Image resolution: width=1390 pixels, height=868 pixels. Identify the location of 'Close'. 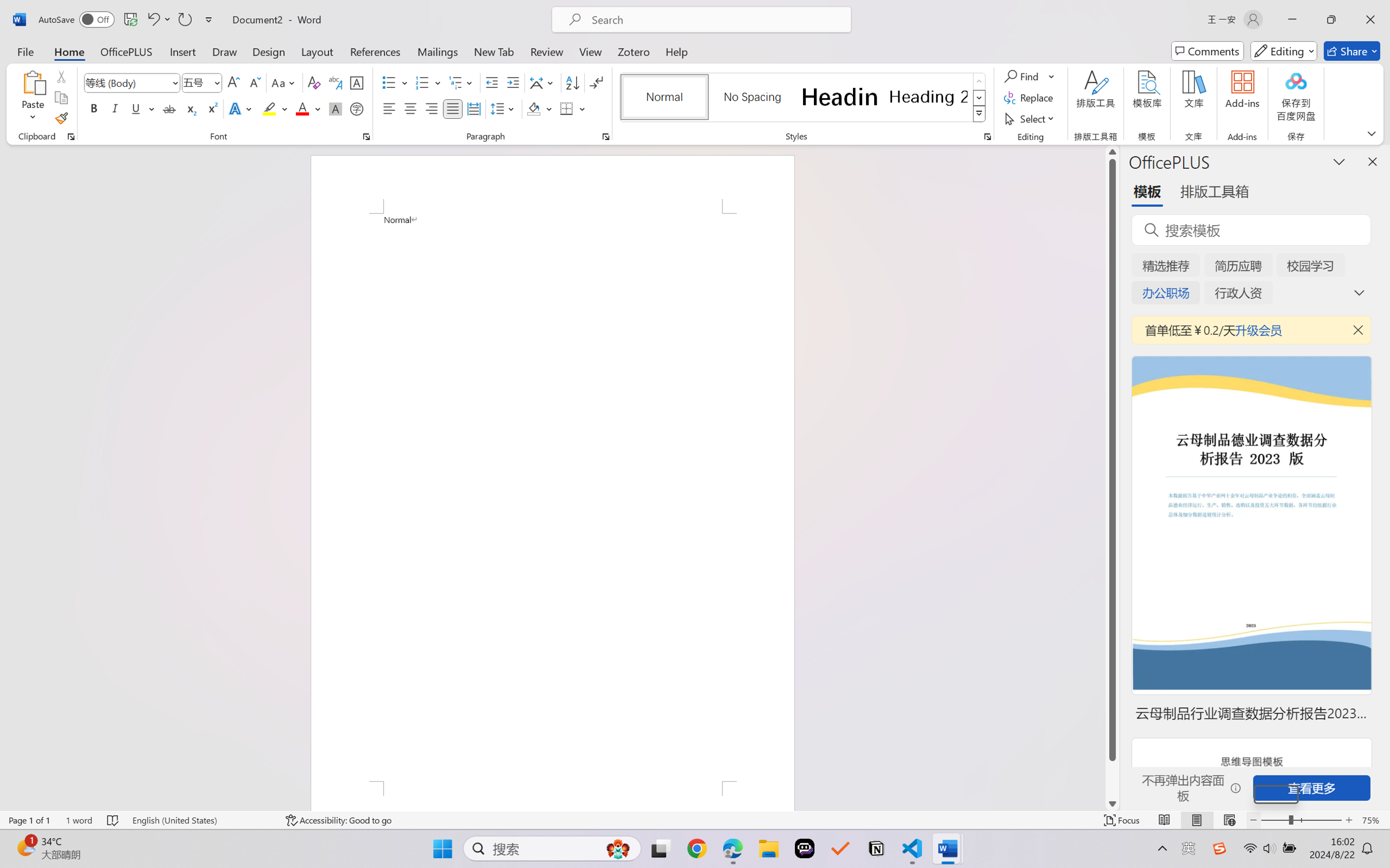
(1370, 19).